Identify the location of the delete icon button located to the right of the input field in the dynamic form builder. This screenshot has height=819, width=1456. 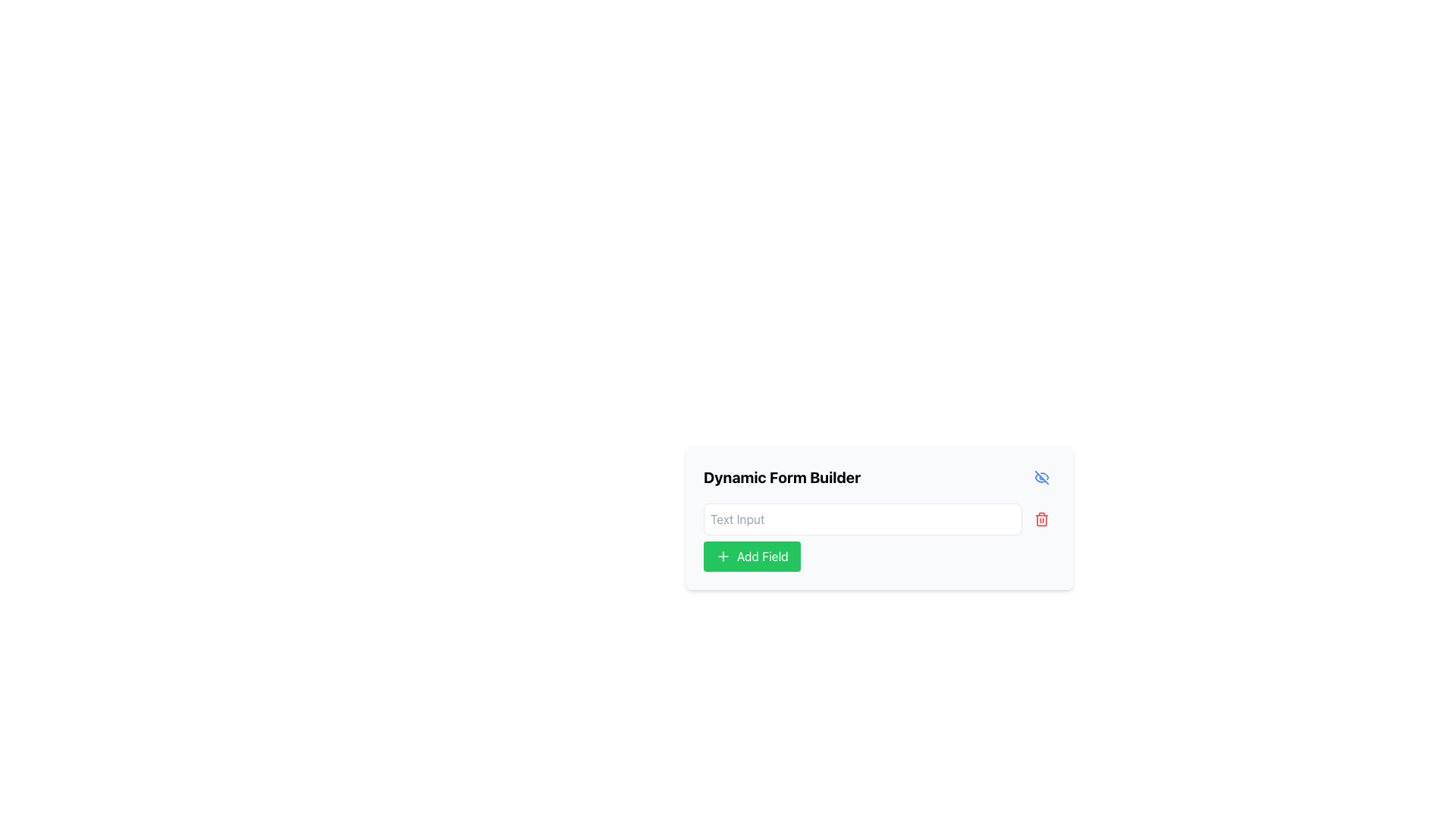
(1040, 519).